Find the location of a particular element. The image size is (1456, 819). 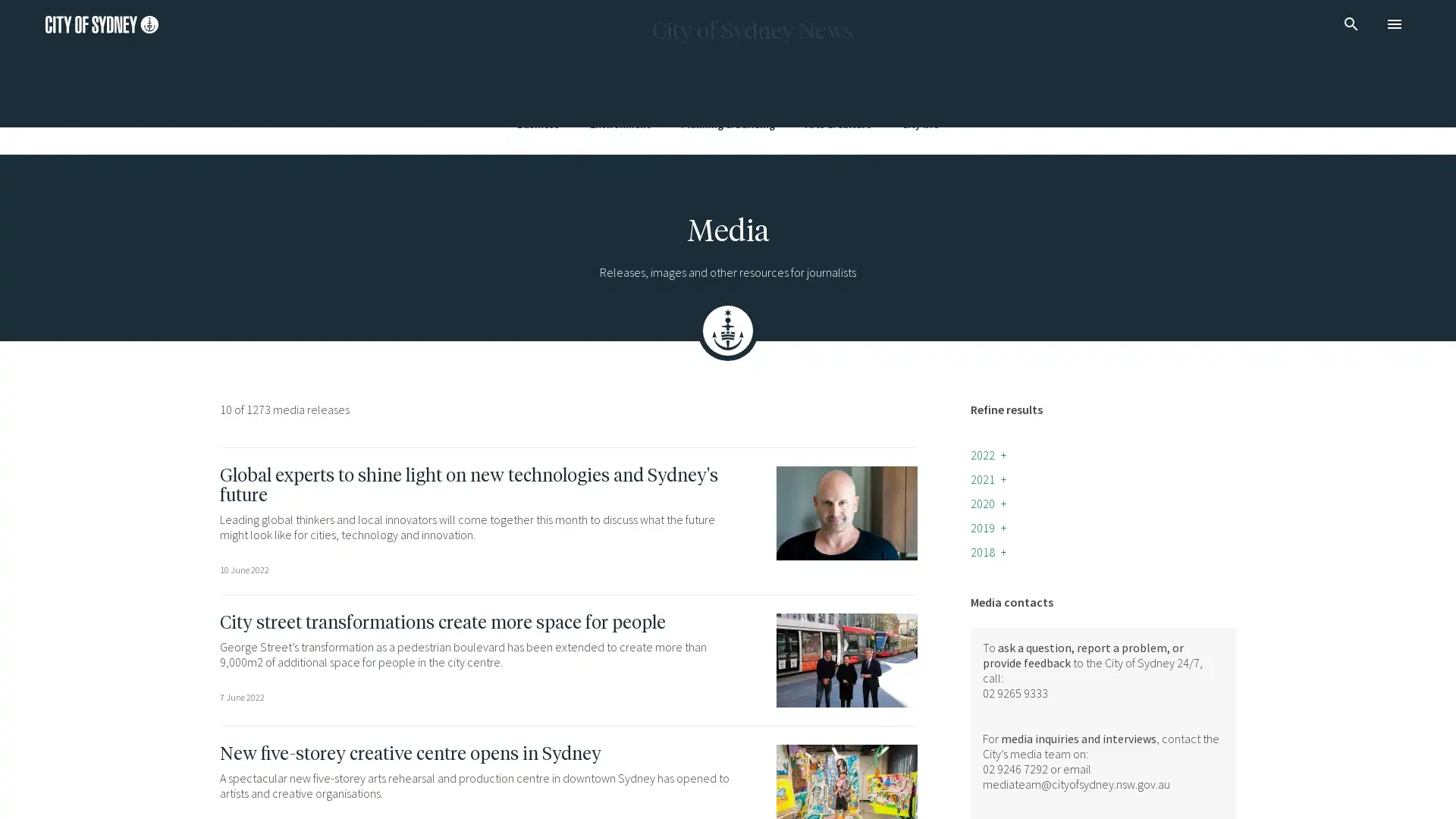

2018+ is located at coordinates (988, 552).